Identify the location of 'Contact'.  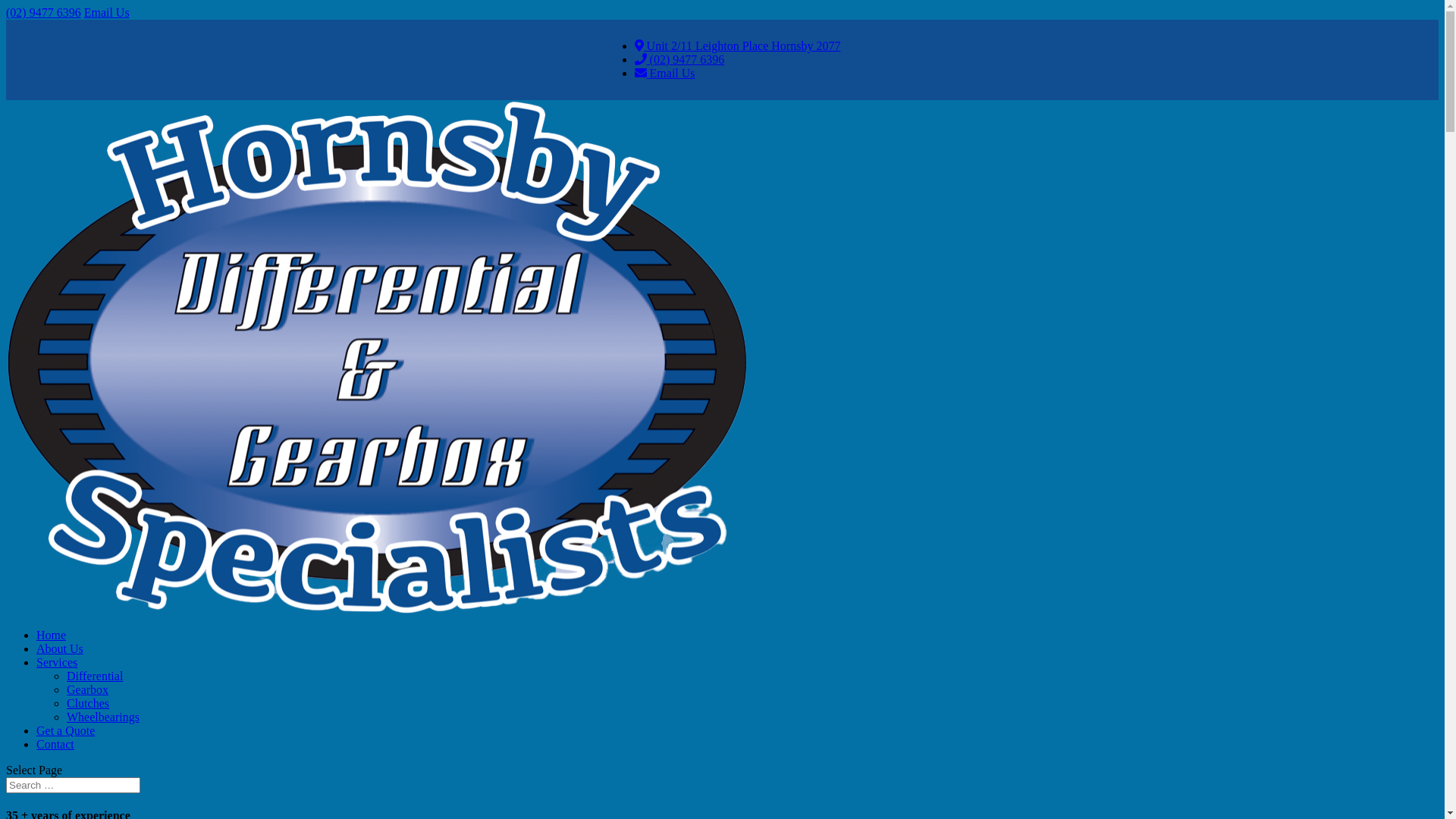
(55, 743).